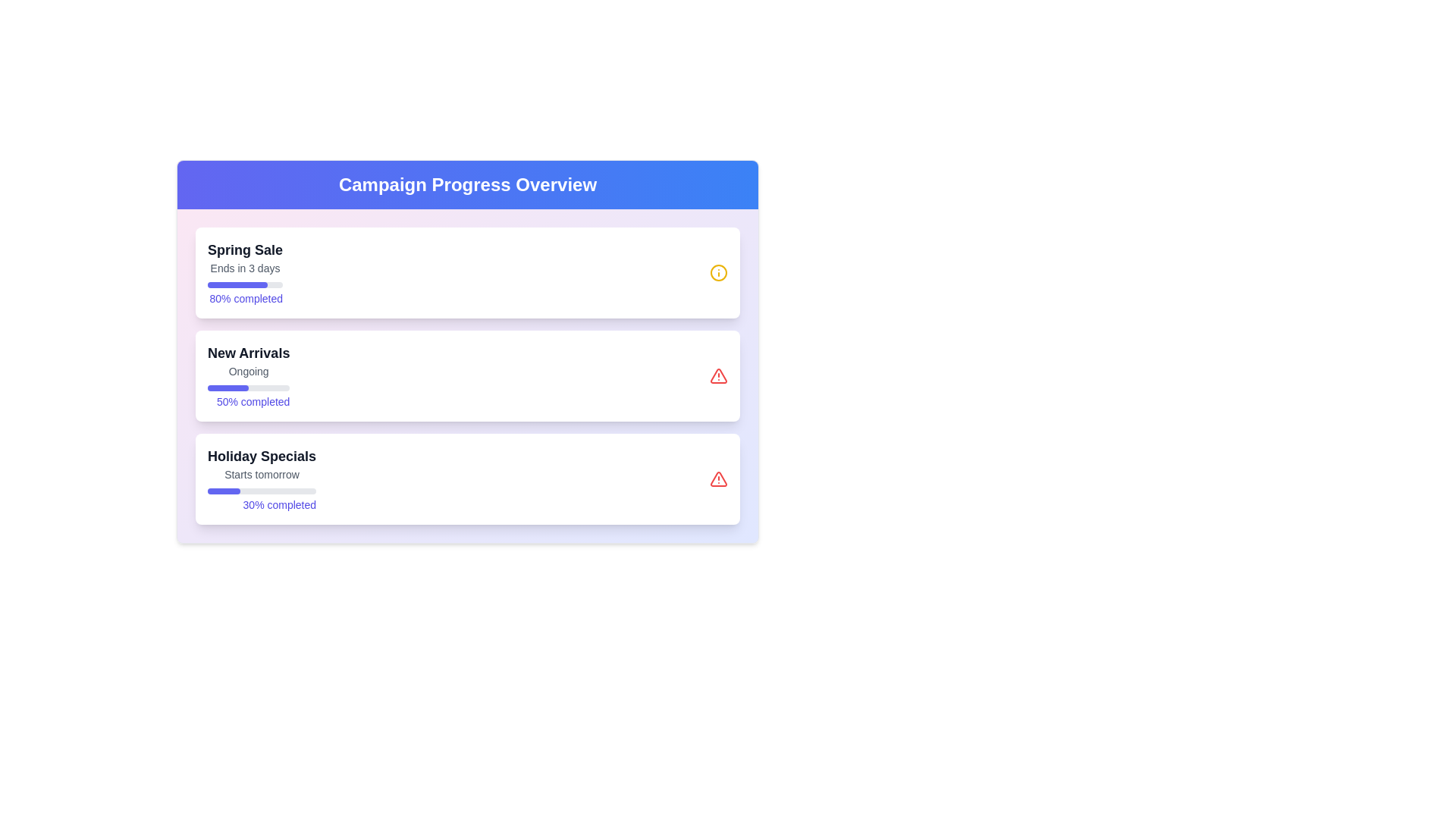 This screenshot has width=1456, height=819. I want to click on the 'Ongoing' status text label indicating the current status of the 'New Arrivals' item, which is positioned below the heading and above the progress bar, so click(249, 371).